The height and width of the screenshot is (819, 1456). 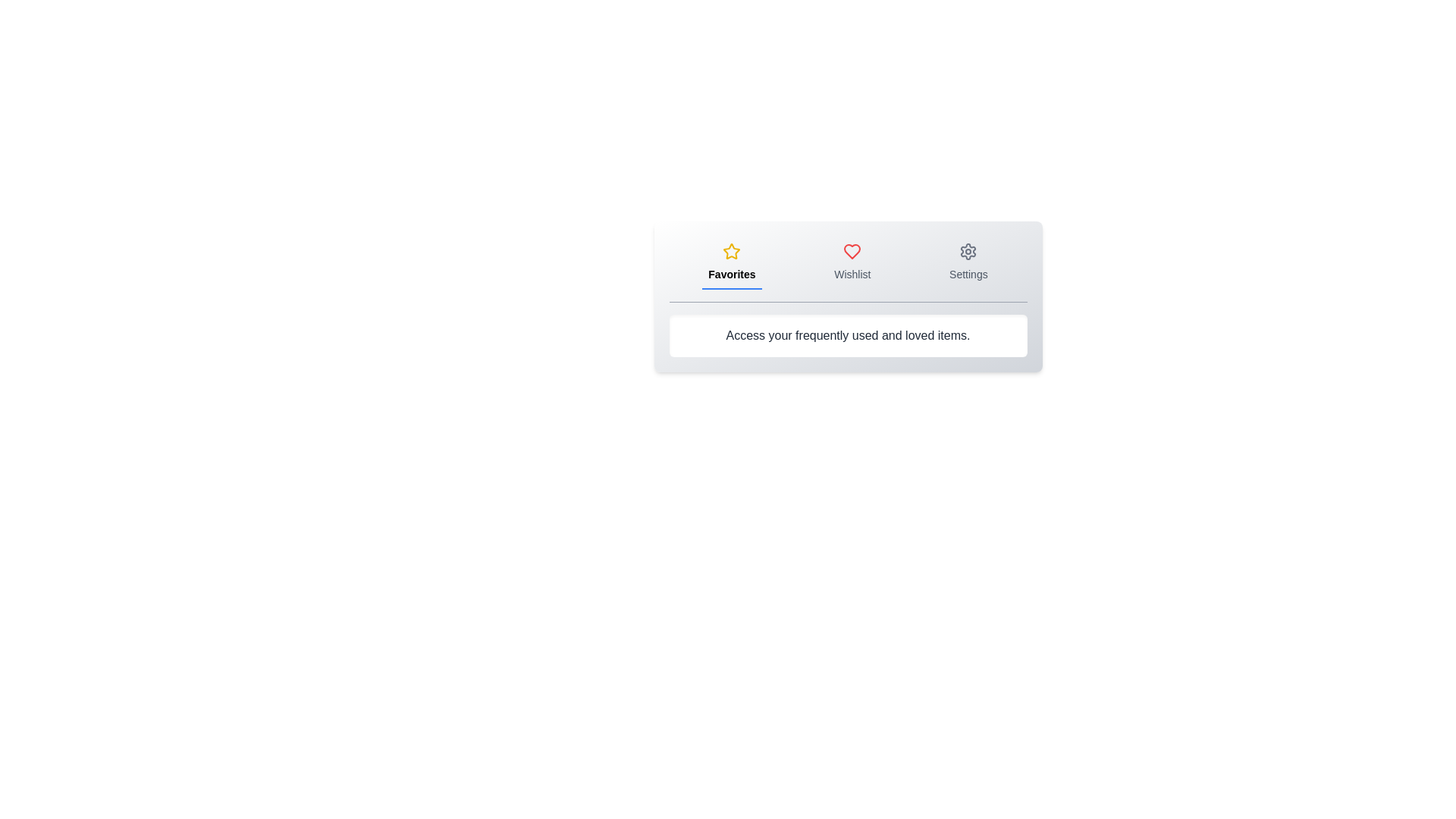 What do you see at coordinates (968, 262) in the screenshot?
I see `the Settings tab` at bounding box center [968, 262].